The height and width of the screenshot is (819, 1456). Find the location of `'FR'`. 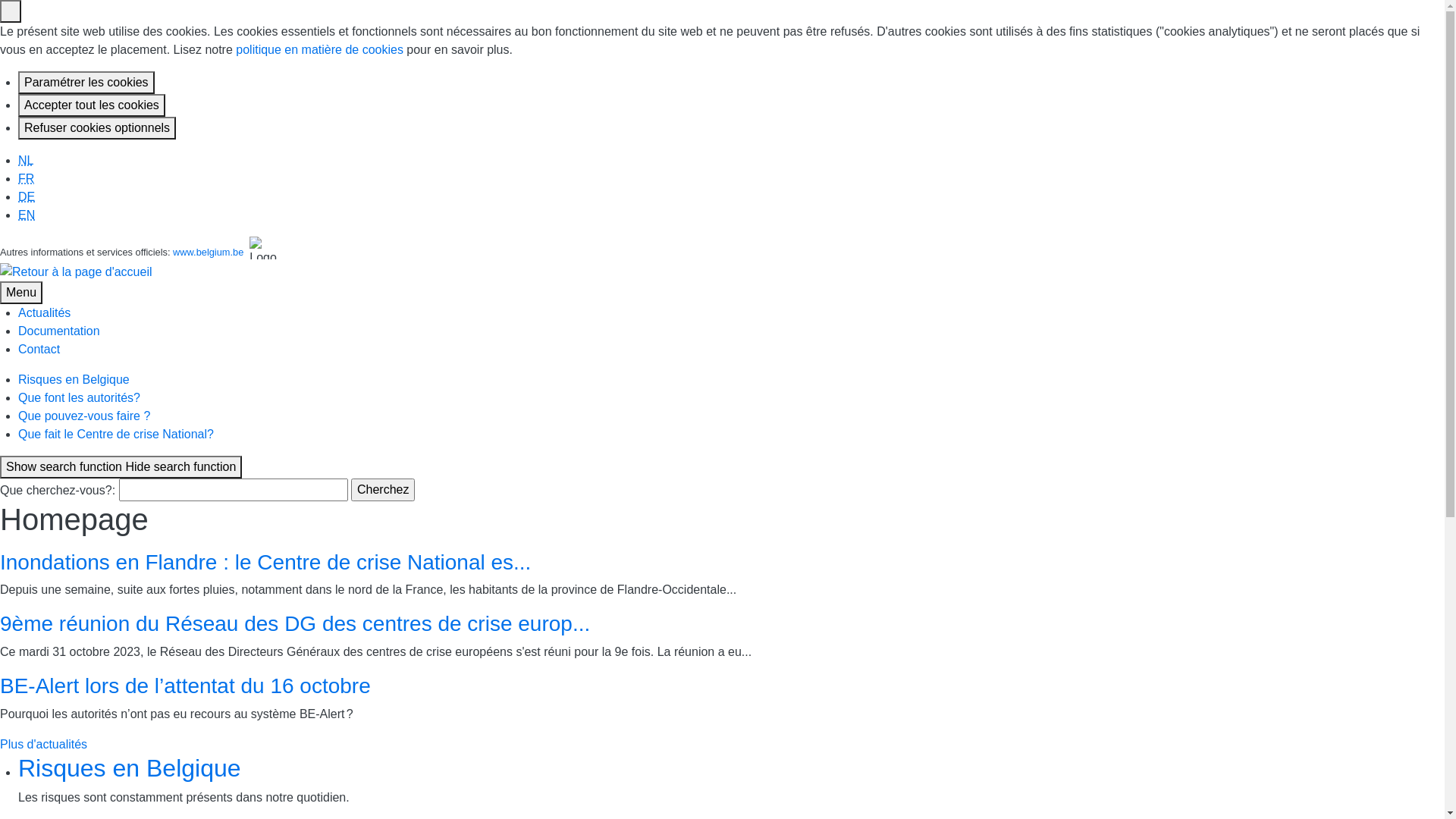

'FR' is located at coordinates (18, 177).